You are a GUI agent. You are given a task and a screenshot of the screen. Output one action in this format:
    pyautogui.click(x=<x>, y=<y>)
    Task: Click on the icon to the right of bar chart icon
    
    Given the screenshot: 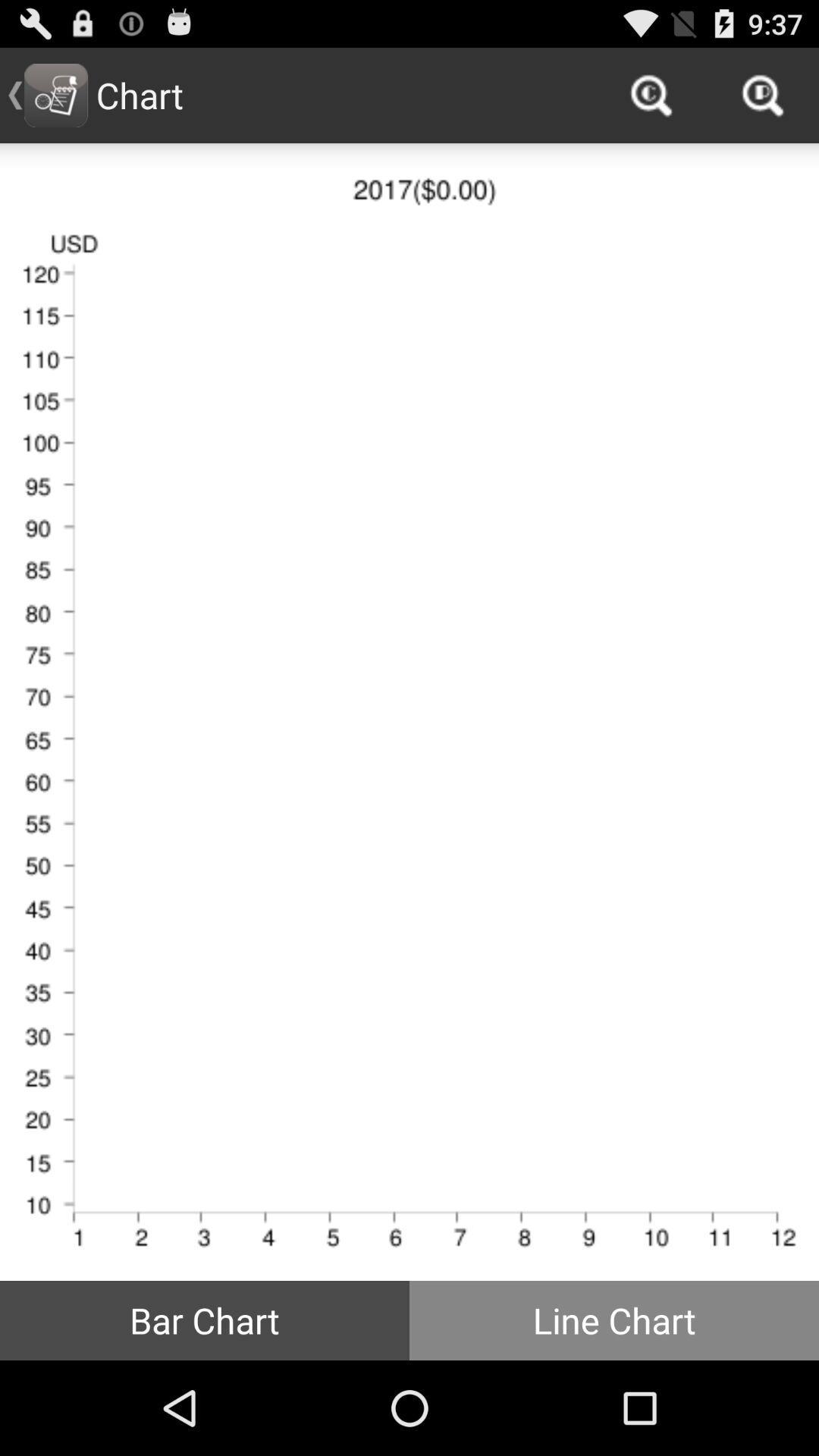 What is the action you would take?
    pyautogui.click(x=614, y=1319)
    